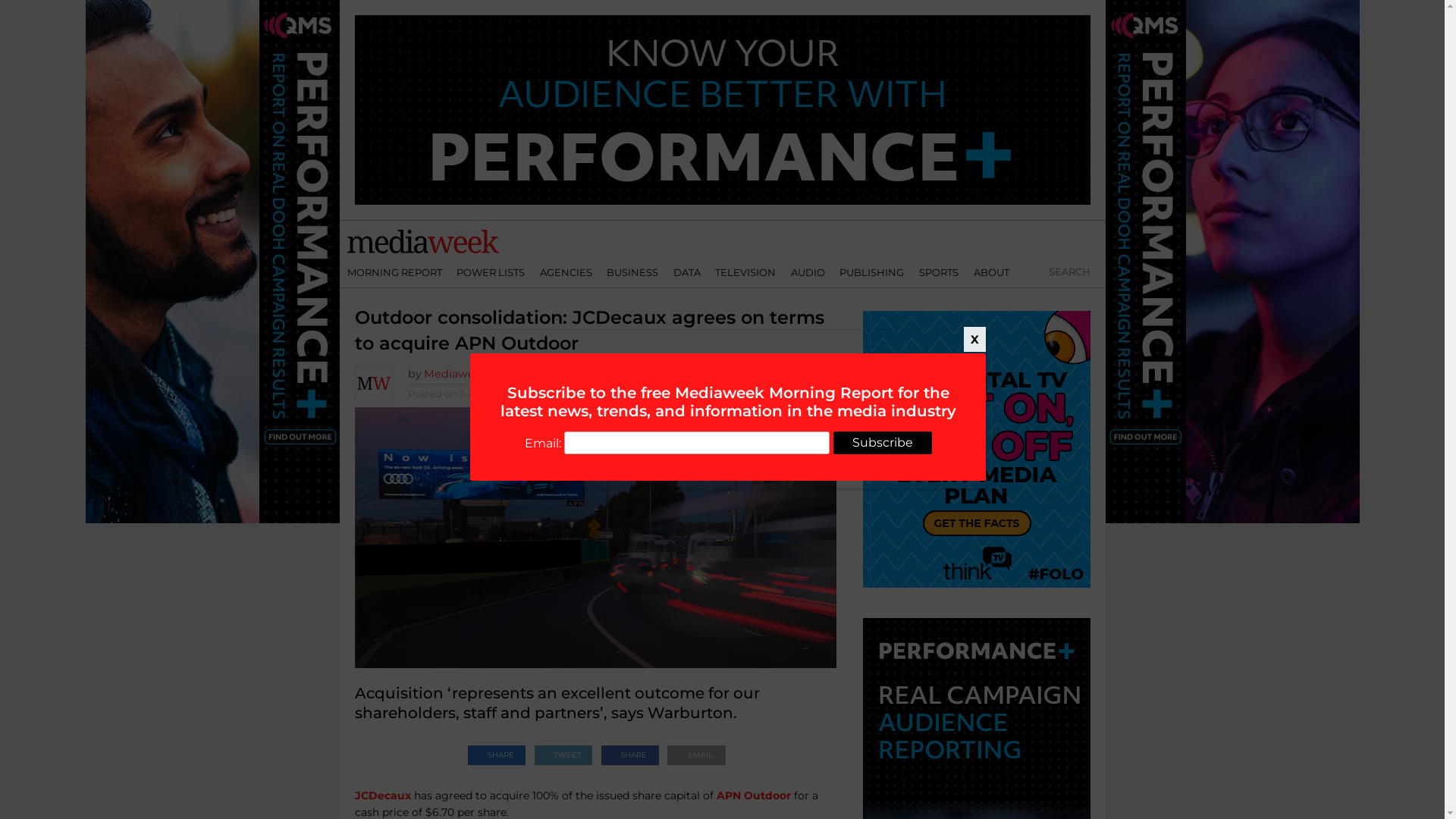  What do you see at coordinates (632, 271) in the screenshot?
I see `'BUSINESS'` at bounding box center [632, 271].